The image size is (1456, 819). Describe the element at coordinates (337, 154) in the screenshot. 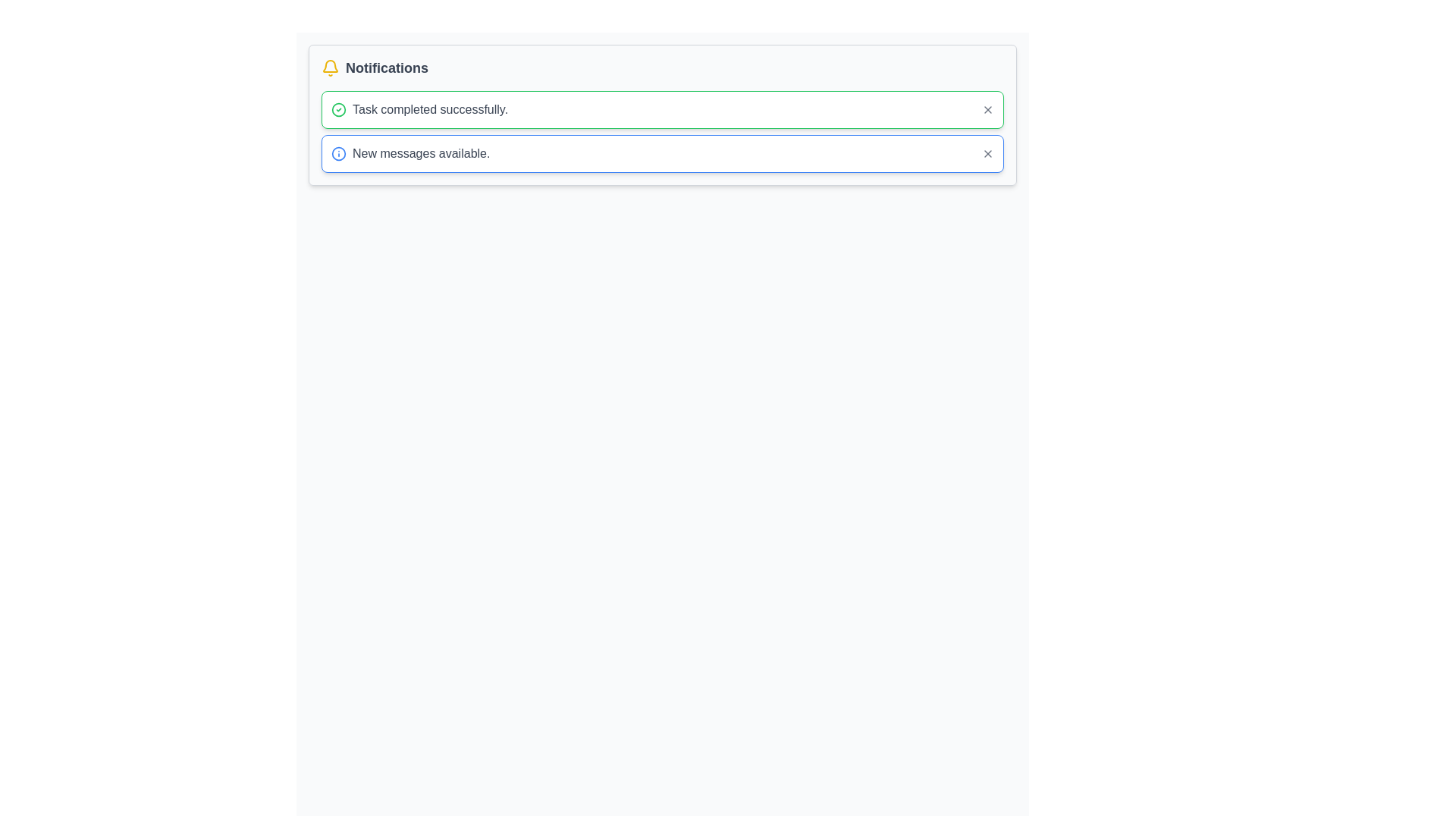

I see `the circular graphical component that serves as the base layer of the information or alert icon, located in the upper right corner of the notification card` at that location.